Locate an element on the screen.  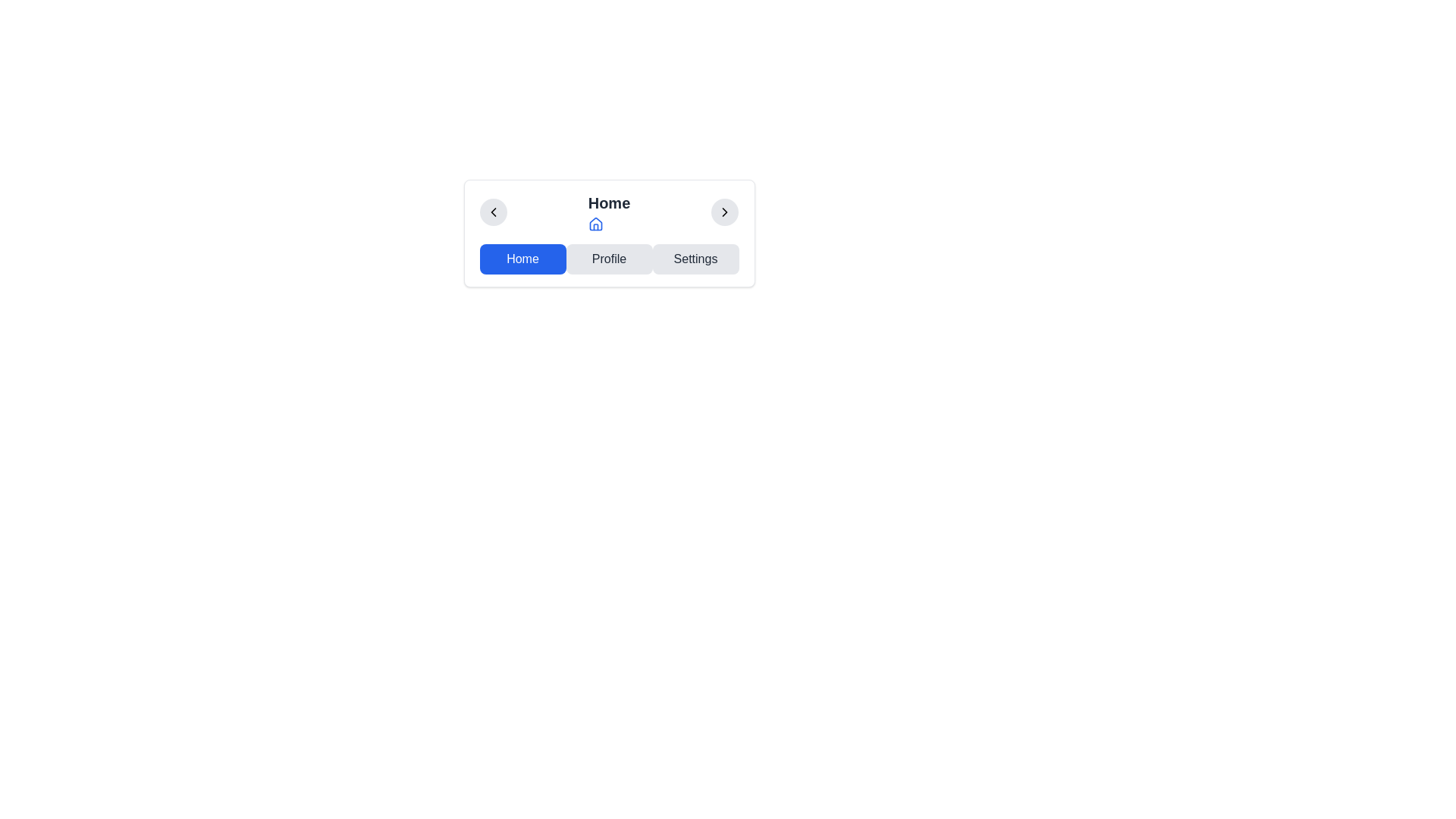
the SVG icon located in the top-left corner of the navigation menu bar, which is positioned to the left of the 'Home' text is located at coordinates (493, 212).